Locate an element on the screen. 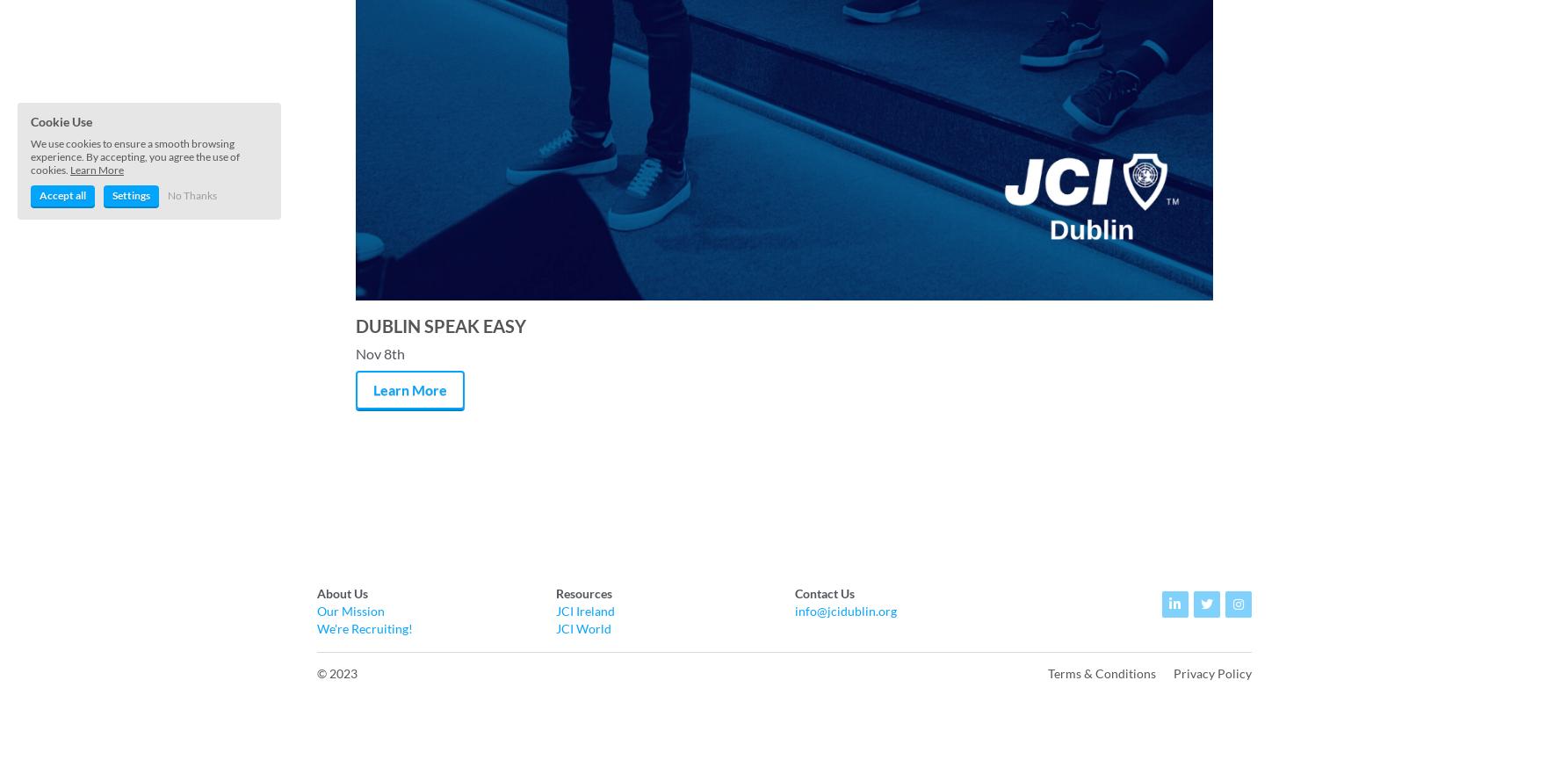 The width and height of the screenshot is (1568, 760). 'Nov 8th' is located at coordinates (378, 352).